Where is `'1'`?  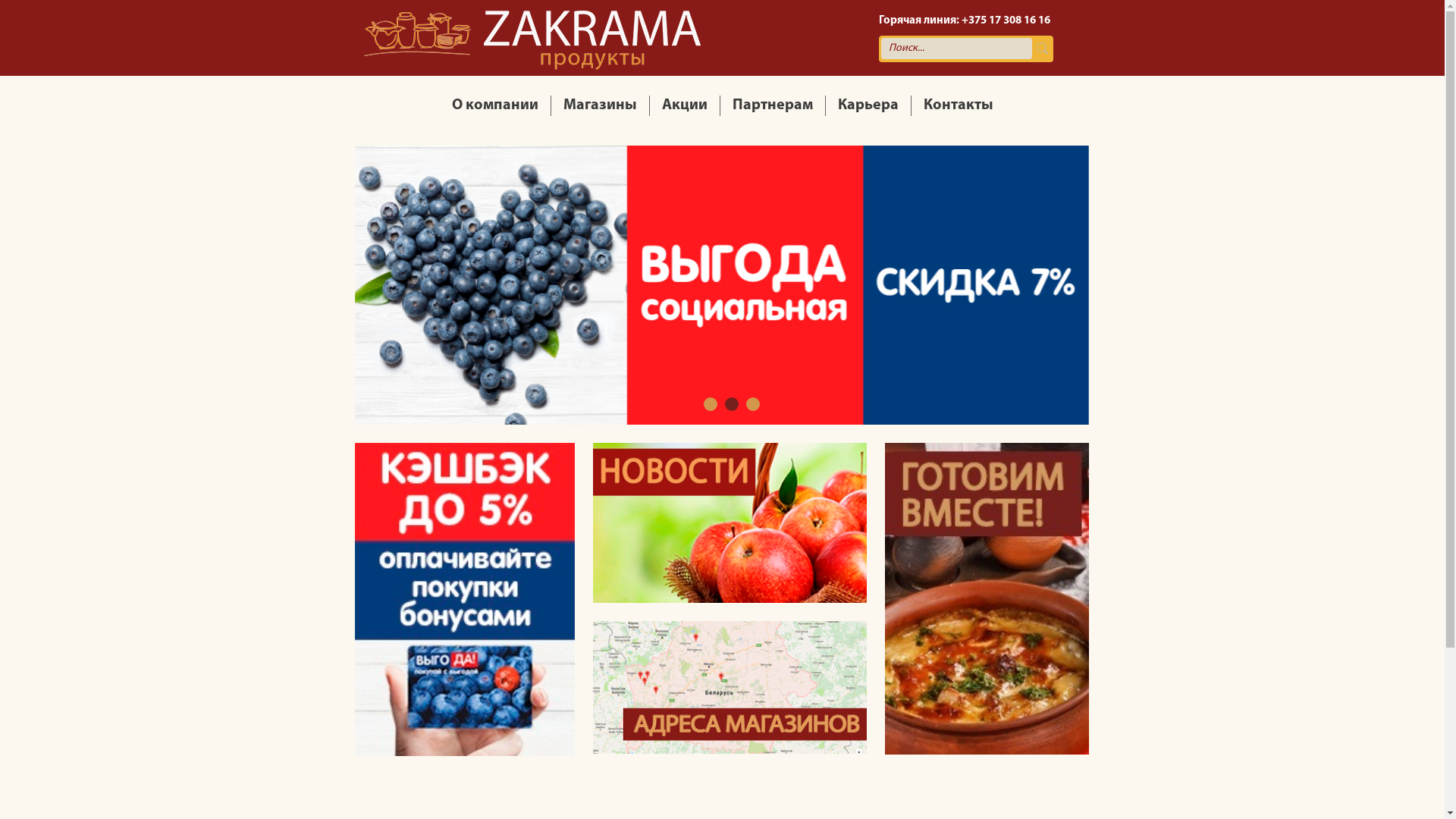 '1' is located at coordinates (709, 403).